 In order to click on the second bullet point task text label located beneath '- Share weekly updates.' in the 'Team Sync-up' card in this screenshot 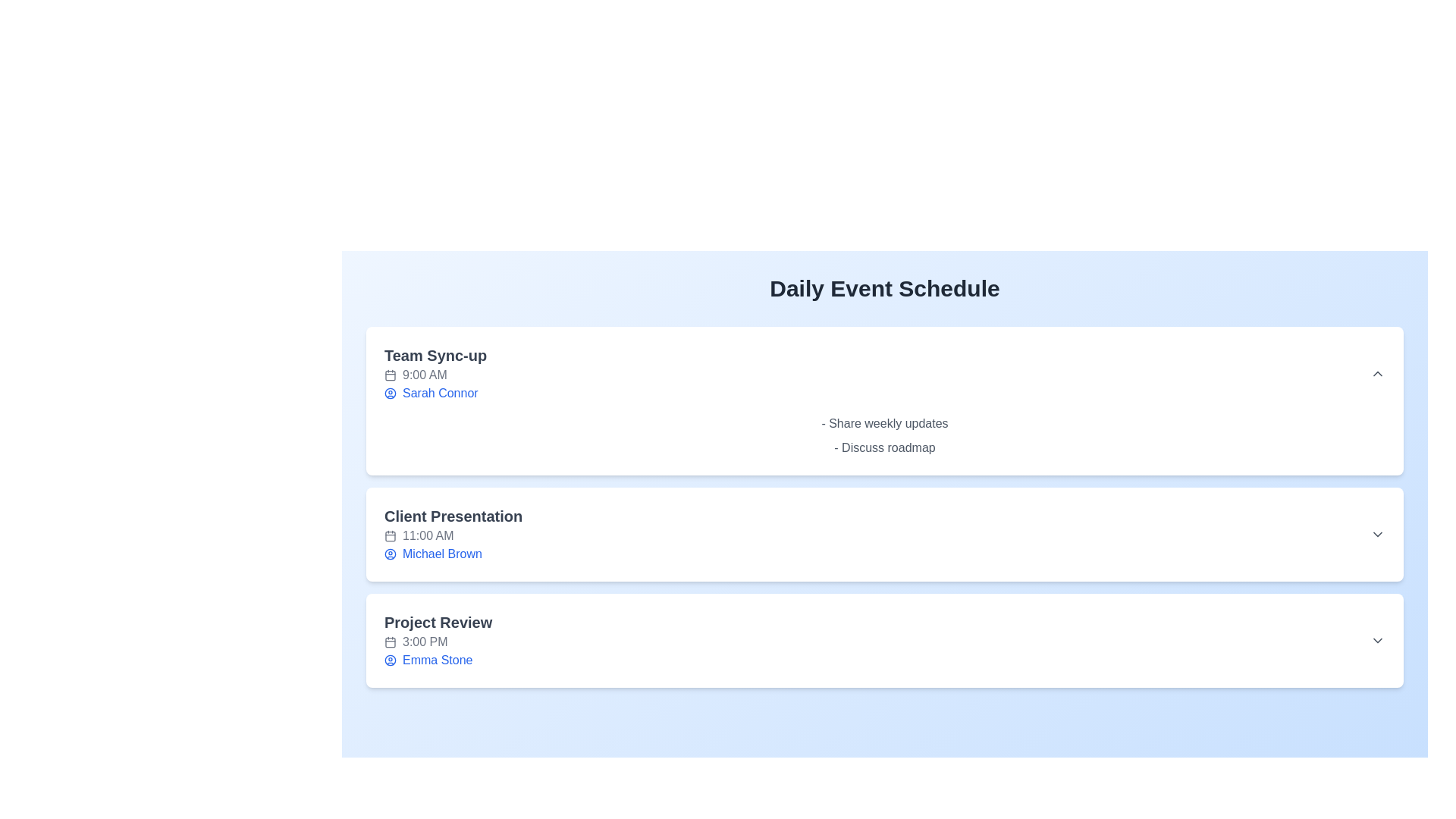, I will do `click(884, 447)`.